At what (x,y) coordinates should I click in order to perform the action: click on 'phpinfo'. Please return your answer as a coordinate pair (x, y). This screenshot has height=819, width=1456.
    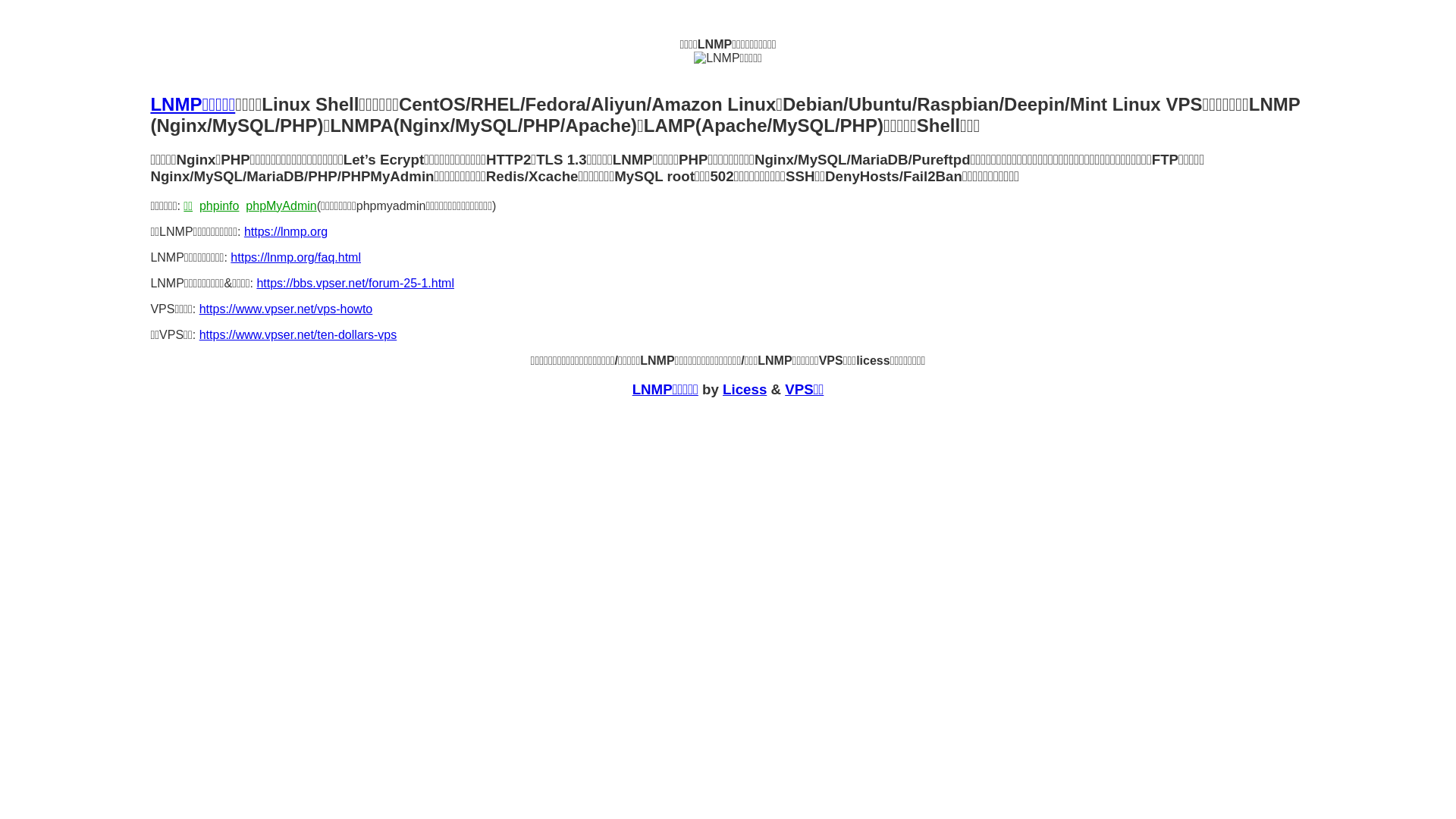
    Looking at the image, I should click on (218, 206).